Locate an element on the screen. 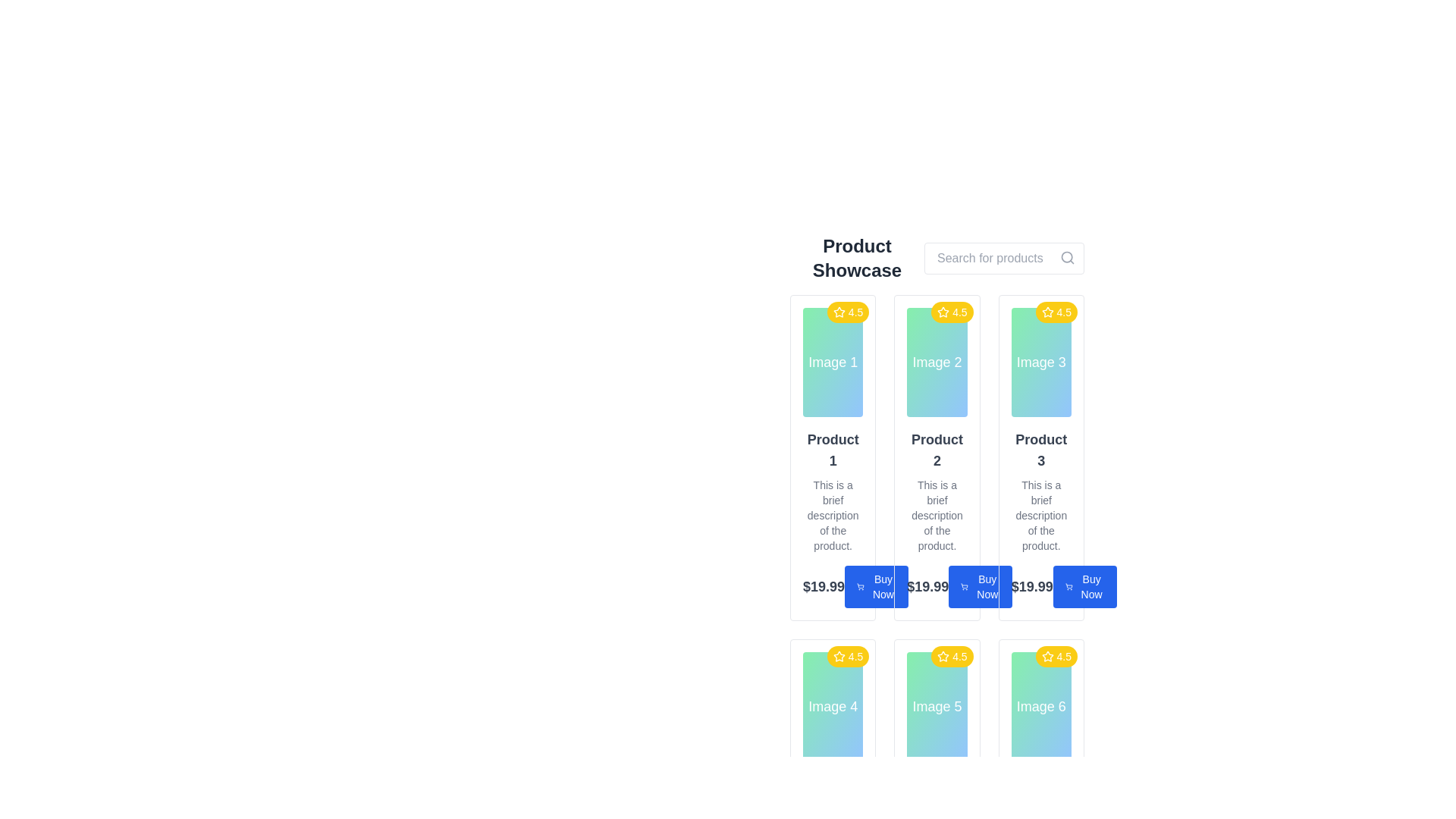 The height and width of the screenshot is (819, 1456). the search icon resembling a magnifying glass located at the top right of the view is located at coordinates (1066, 256).